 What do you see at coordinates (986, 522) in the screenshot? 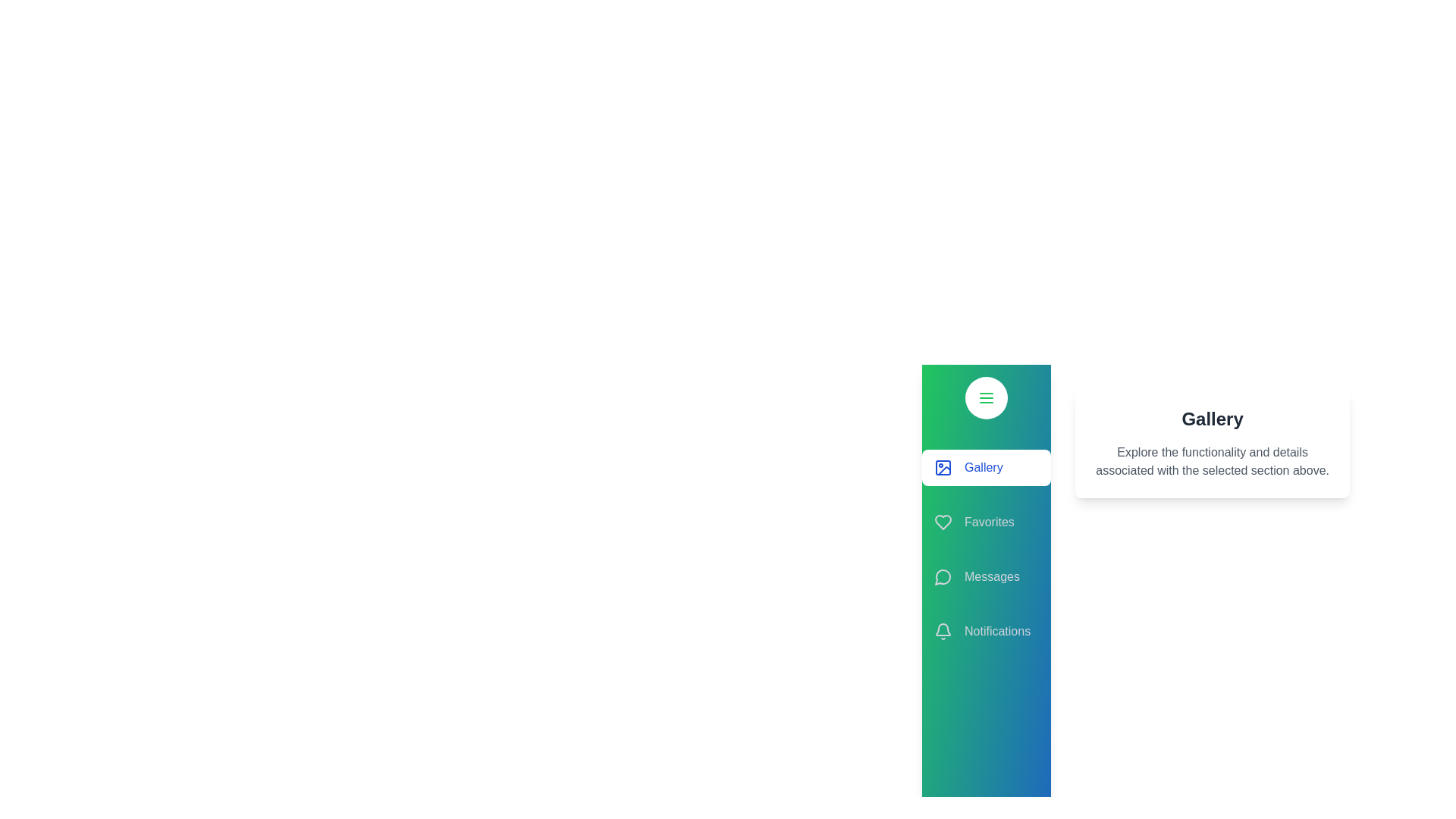
I see `the section Favorites in the EnhancedDrawer component` at bounding box center [986, 522].